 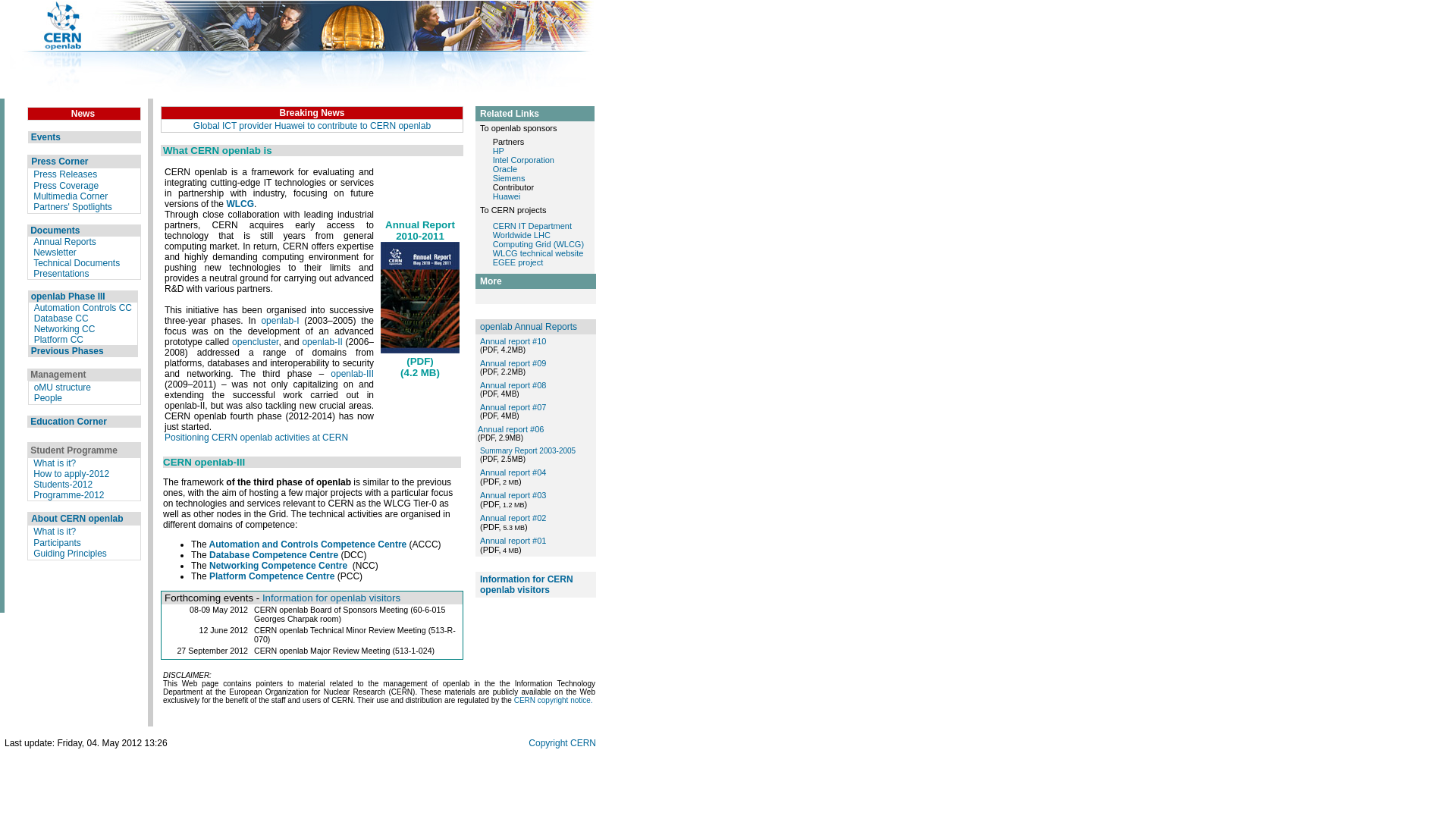 What do you see at coordinates (82, 112) in the screenshot?
I see `'News'` at bounding box center [82, 112].